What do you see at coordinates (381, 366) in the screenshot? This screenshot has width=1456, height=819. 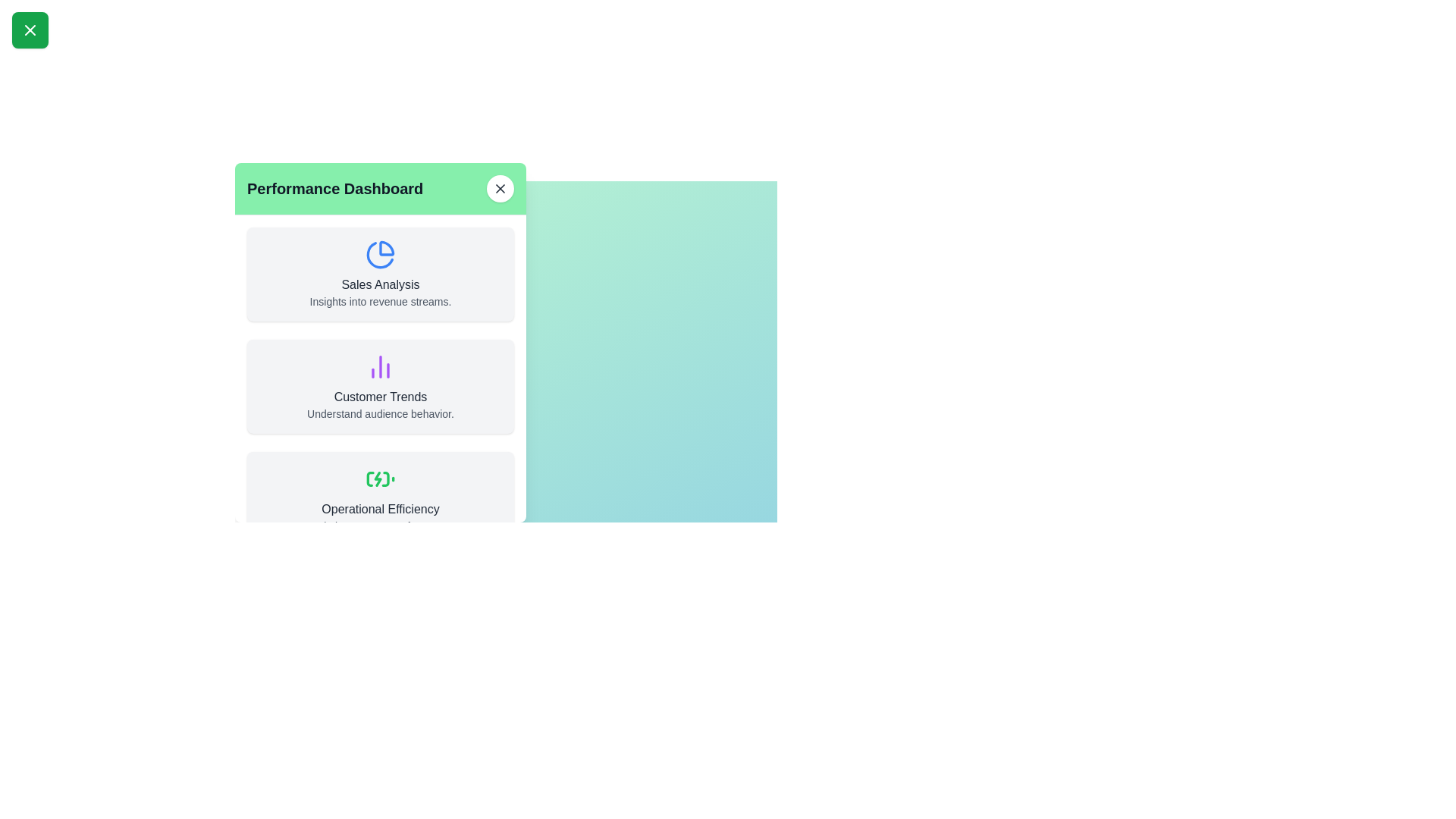 I see `column chart icon consisting of three purple vertical bars located in the 'Customer Trends' section of the 'Performance Dashboard' interface, positioned above the text 'Customer Trends'` at bounding box center [381, 366].